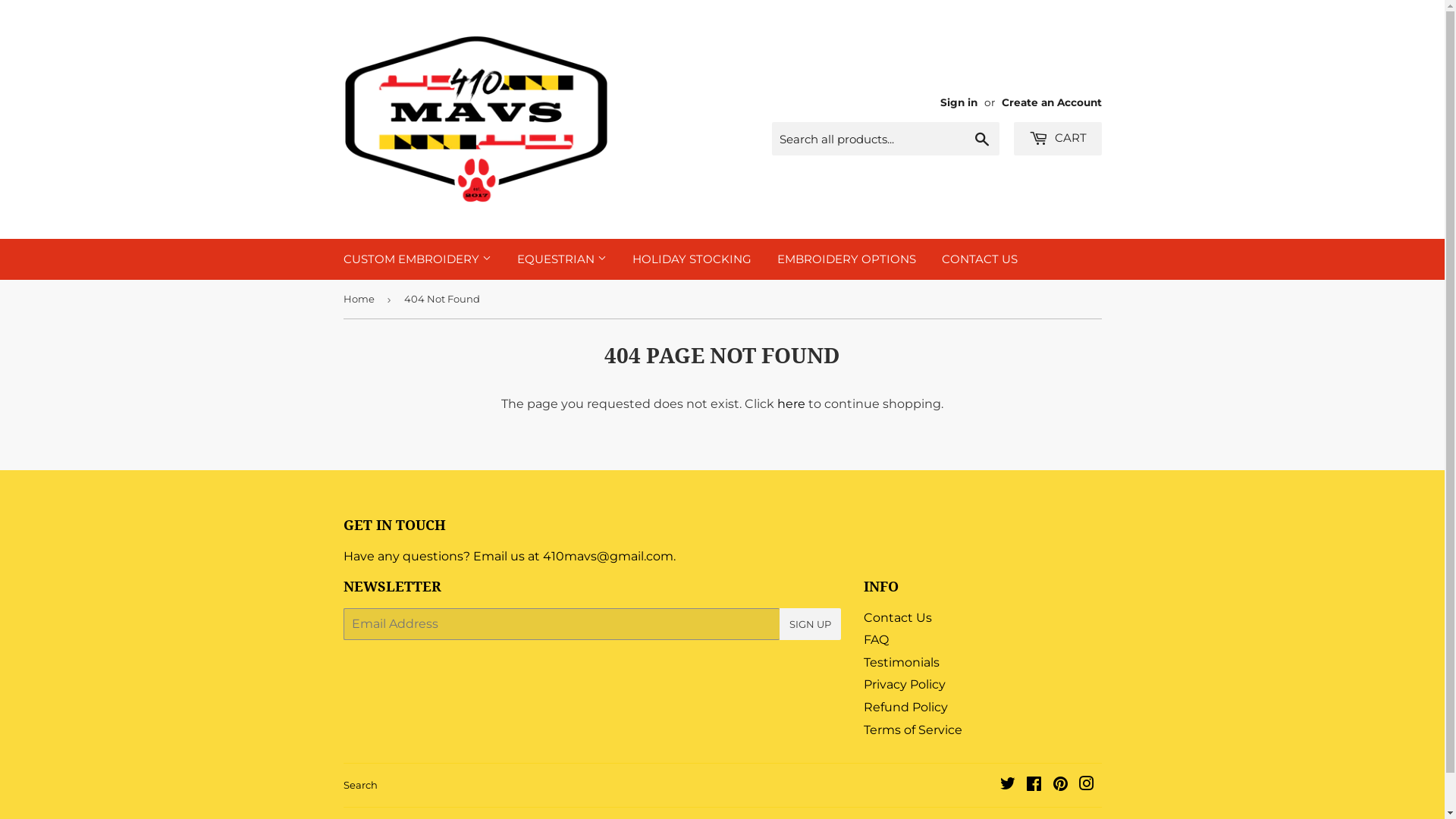  I want to click on 'HOLIDAY STOCKING', so click(690, 259).